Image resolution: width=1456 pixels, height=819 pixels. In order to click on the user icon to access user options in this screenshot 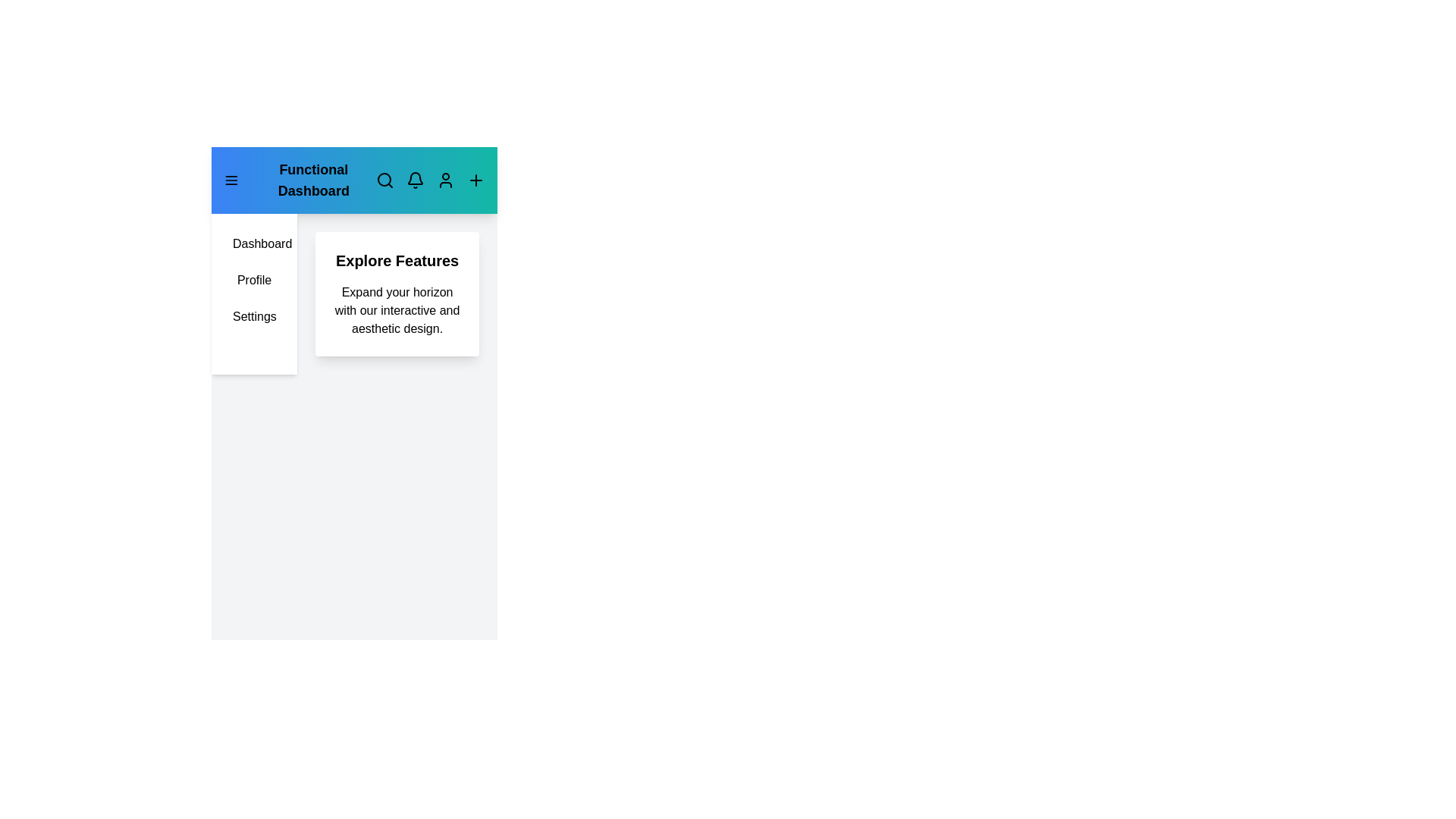, I will do `click(445, 180)`.